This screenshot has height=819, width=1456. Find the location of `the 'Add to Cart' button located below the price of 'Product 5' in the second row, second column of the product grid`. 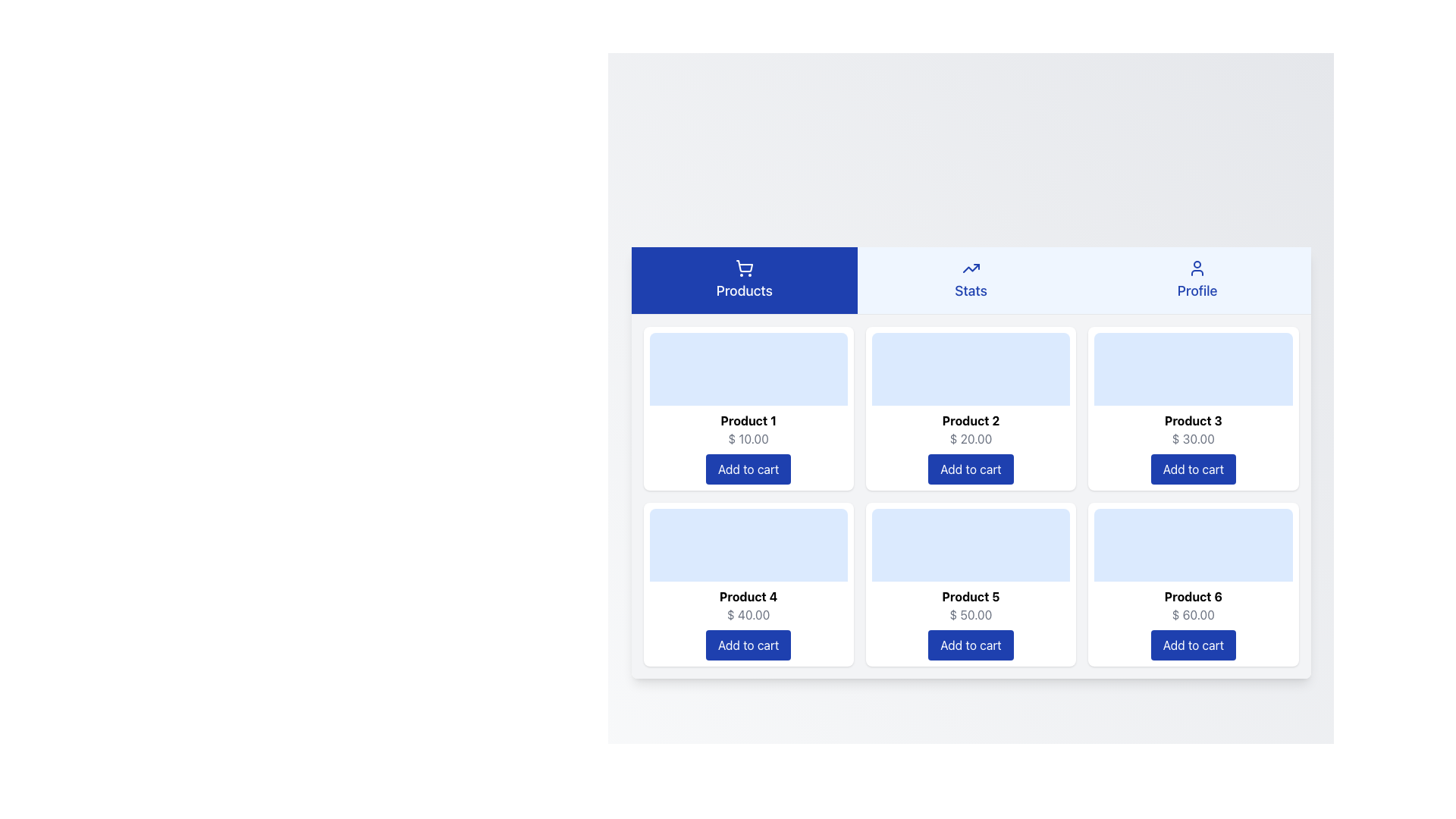

the 'Add to Cart' button located below the price of 'Product 5' in the second row, second column of the product grid is located at coordinates (971, 645).